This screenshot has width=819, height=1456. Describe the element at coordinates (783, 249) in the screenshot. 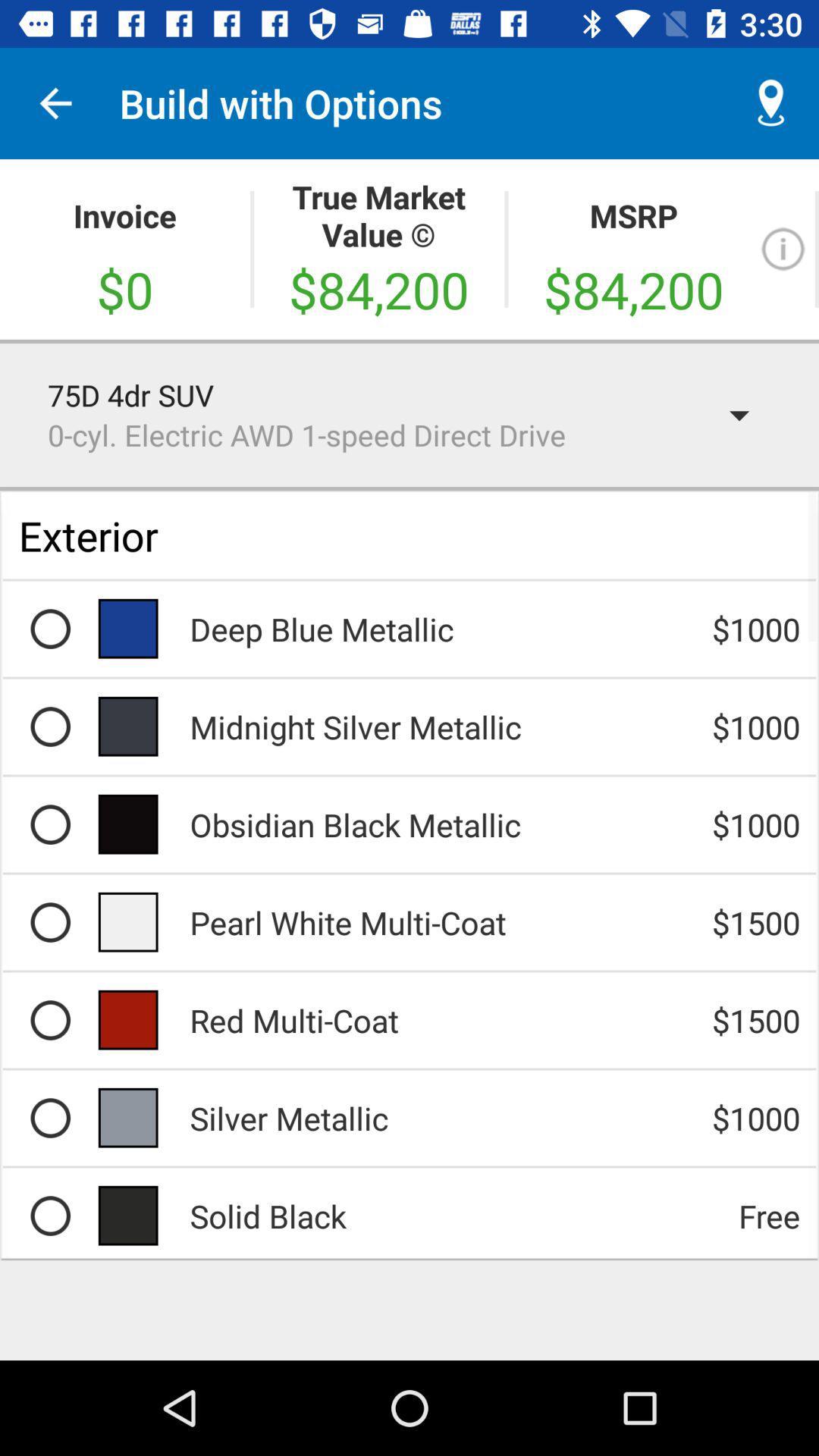

I see `update` at that location.